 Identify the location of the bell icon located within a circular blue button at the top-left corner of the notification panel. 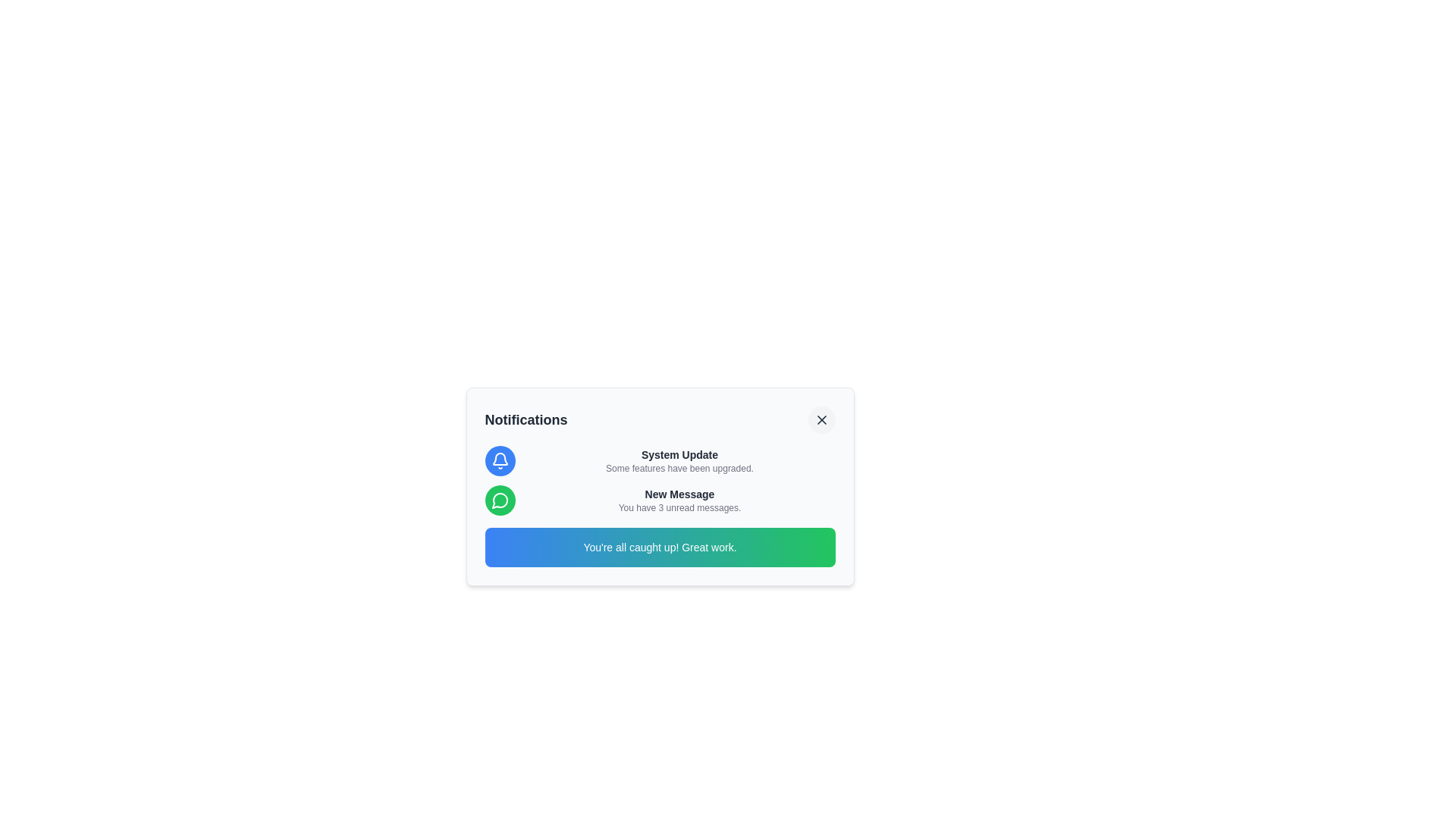
(500, 460).